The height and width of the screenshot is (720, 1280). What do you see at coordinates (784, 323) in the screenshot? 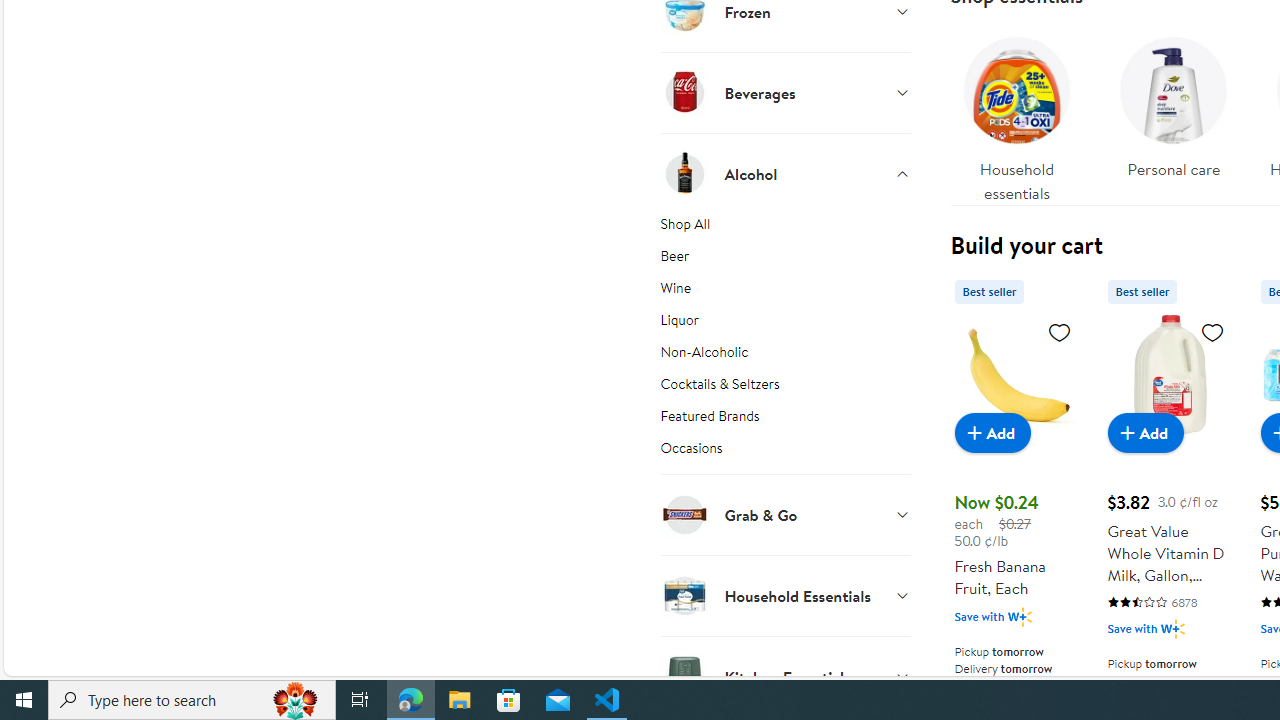
I see `'Liquor'` at bounding box center [784, 323].